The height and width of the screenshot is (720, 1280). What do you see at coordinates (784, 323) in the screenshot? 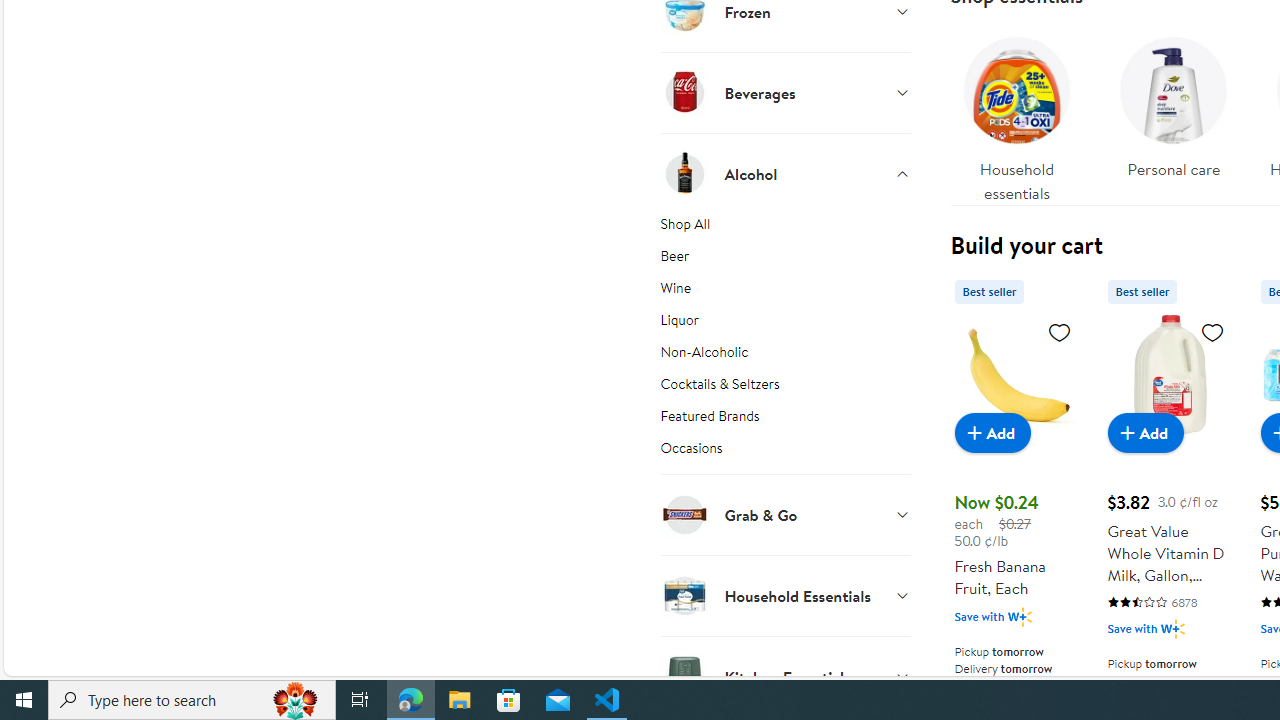
I see `'Liquor'` at bounding box center [784, 323].